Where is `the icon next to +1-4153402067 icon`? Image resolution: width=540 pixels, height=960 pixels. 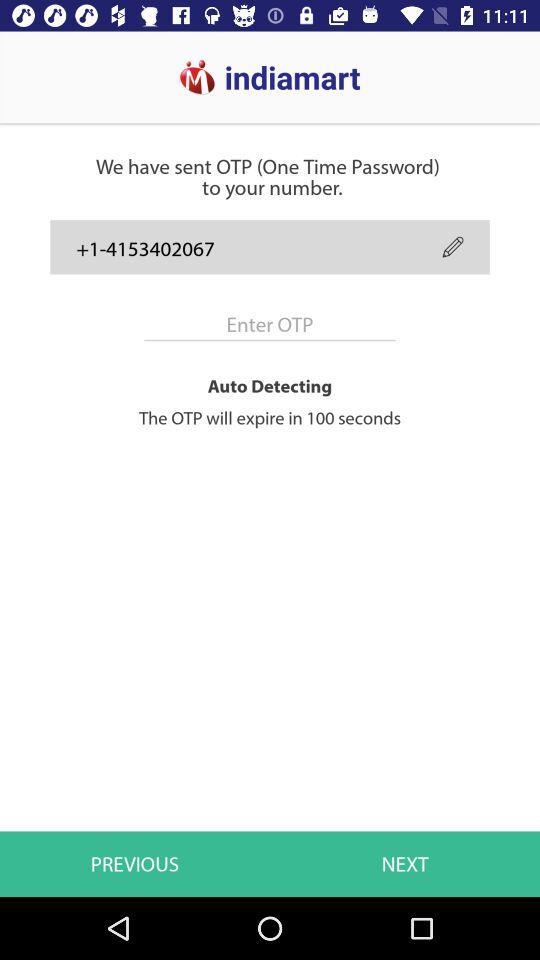 the icon next to +1-4153402067 icon is located at coordinates (453, 246).